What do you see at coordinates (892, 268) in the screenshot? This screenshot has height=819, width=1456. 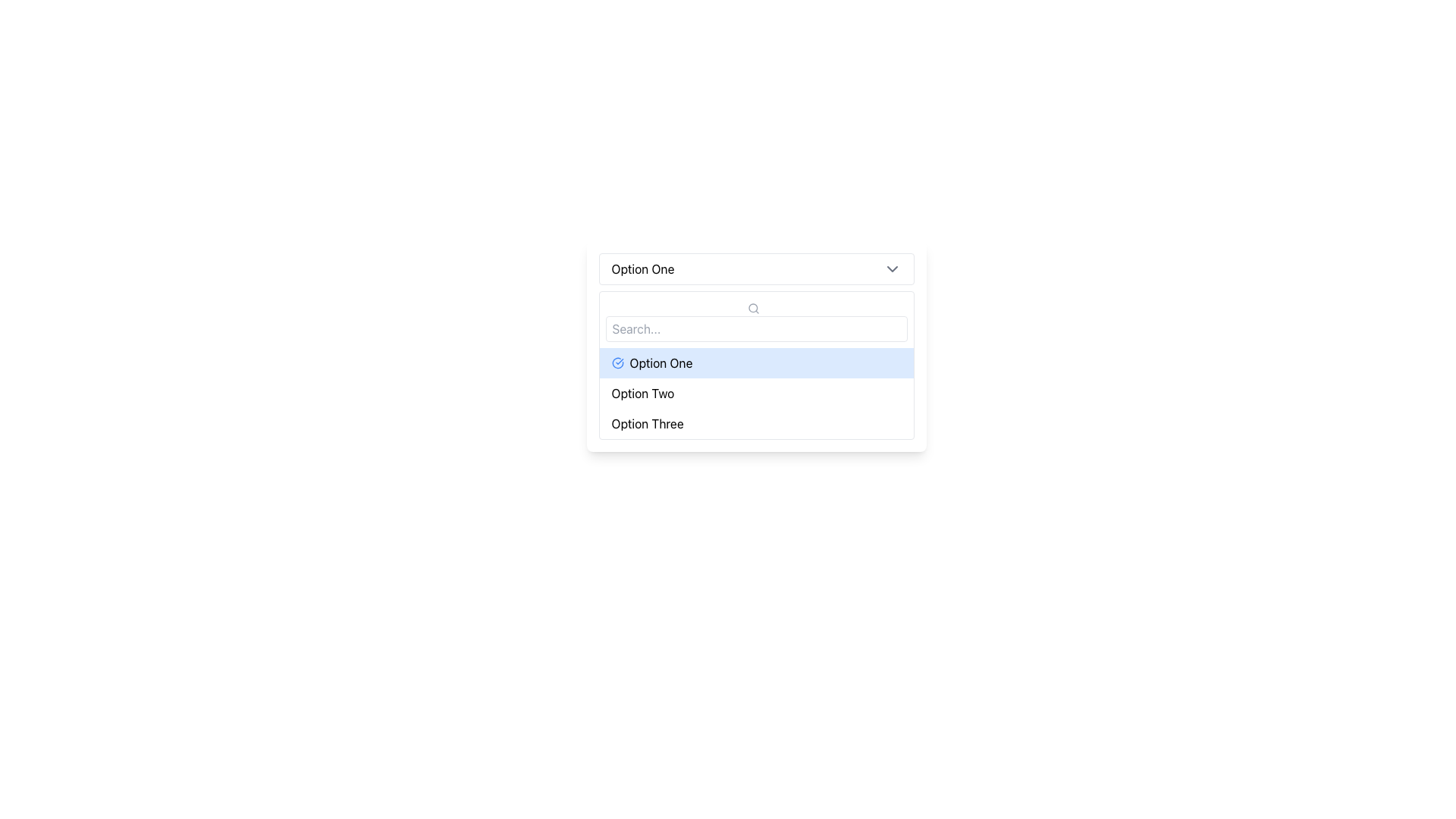 I see `the downward-pointing chevron arrow icon located in the upper right of the dropdown interface next to 'Option One'` at bounding box center [892, 268].